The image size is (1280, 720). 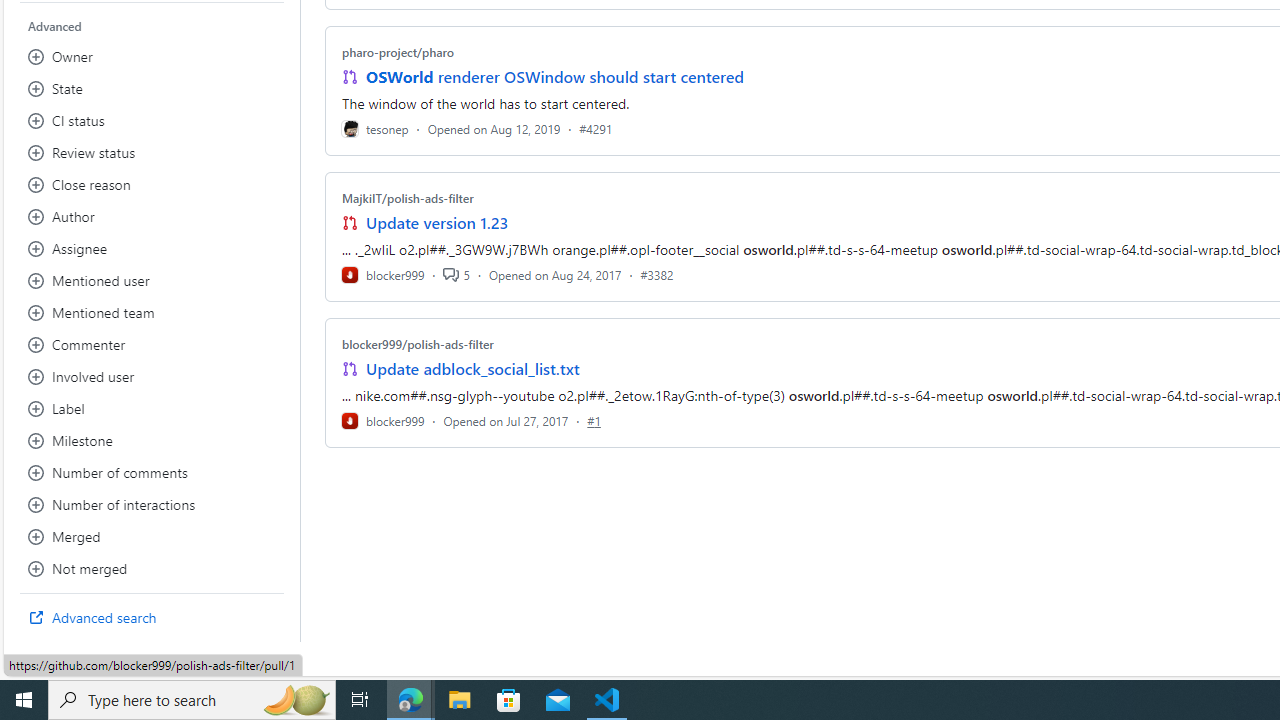 I want to click on 'Advanced search', so click(x=151, y=617).